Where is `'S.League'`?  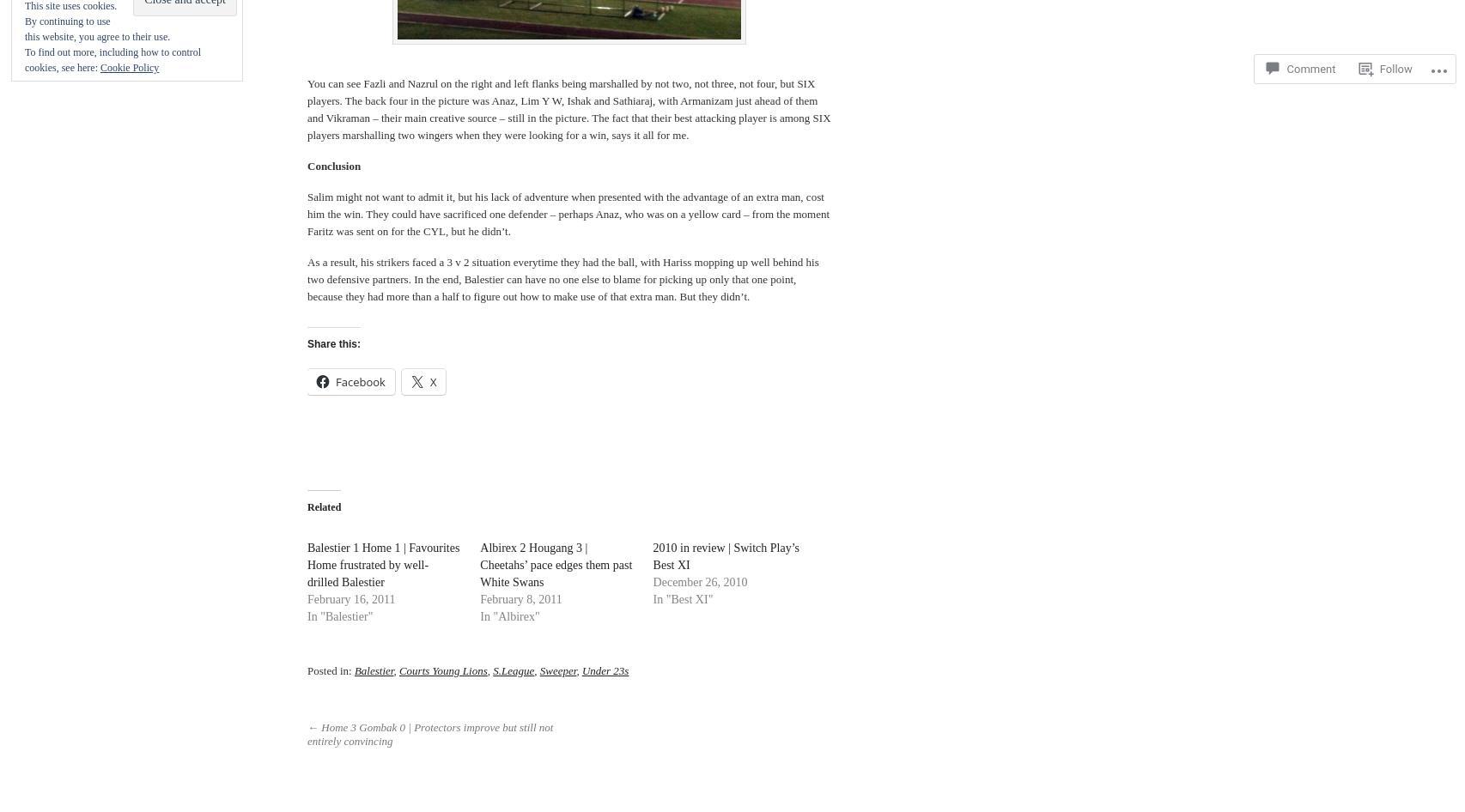
'S.League' is located at coordinates (512, 669).